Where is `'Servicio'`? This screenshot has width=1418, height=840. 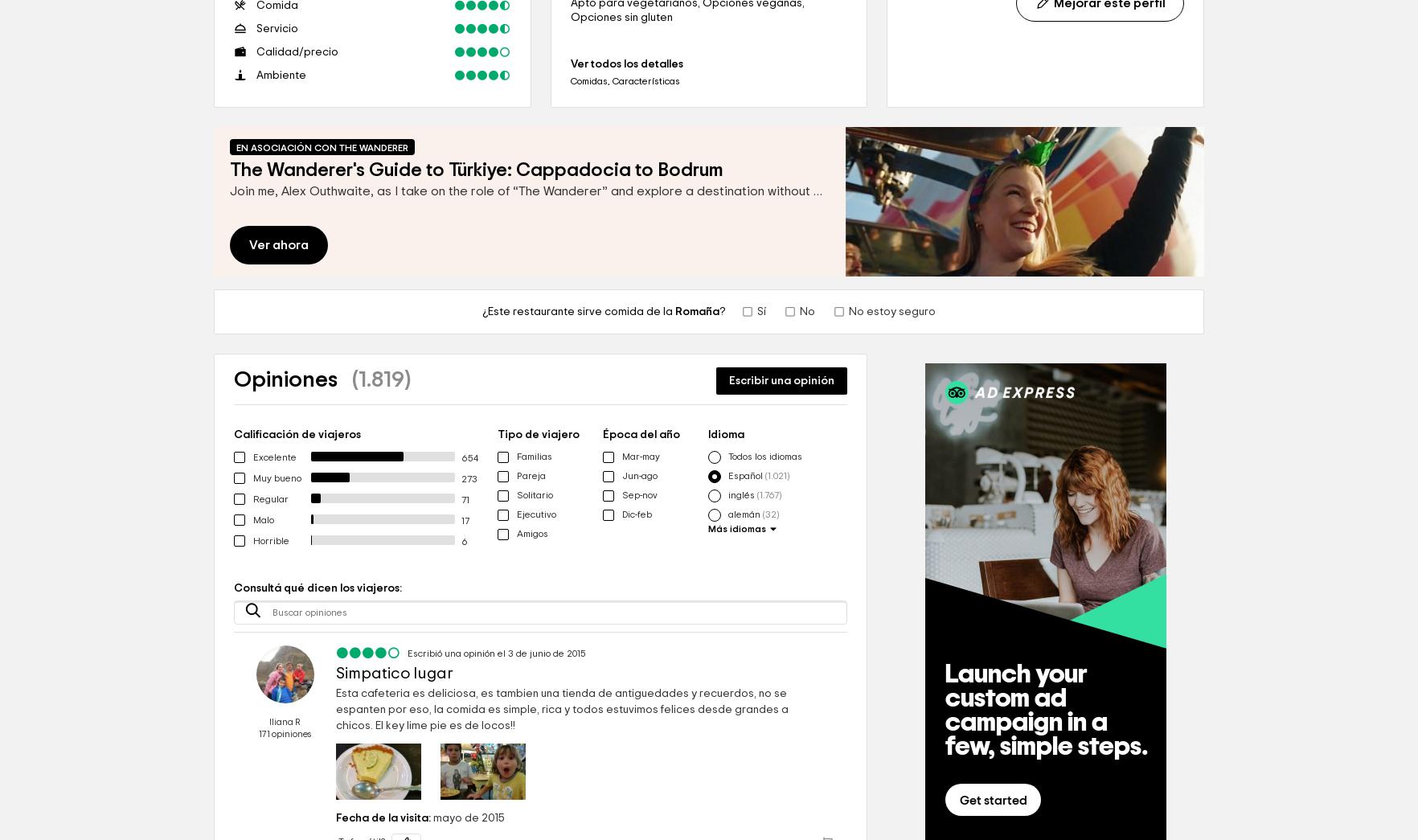
'Servicio' is located at coordinates (256, 27).